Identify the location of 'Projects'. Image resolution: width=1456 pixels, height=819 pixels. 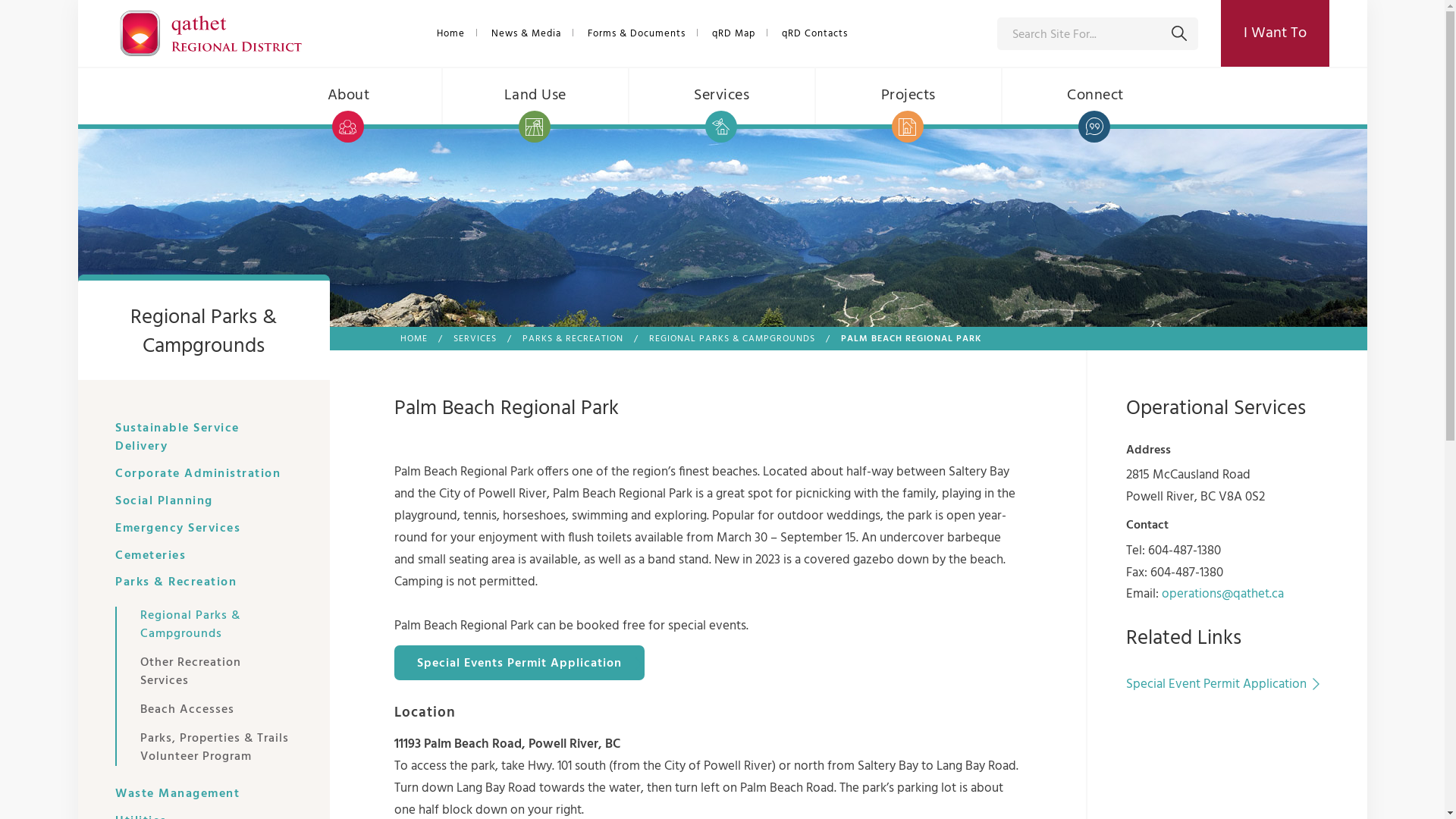
(909, 96).